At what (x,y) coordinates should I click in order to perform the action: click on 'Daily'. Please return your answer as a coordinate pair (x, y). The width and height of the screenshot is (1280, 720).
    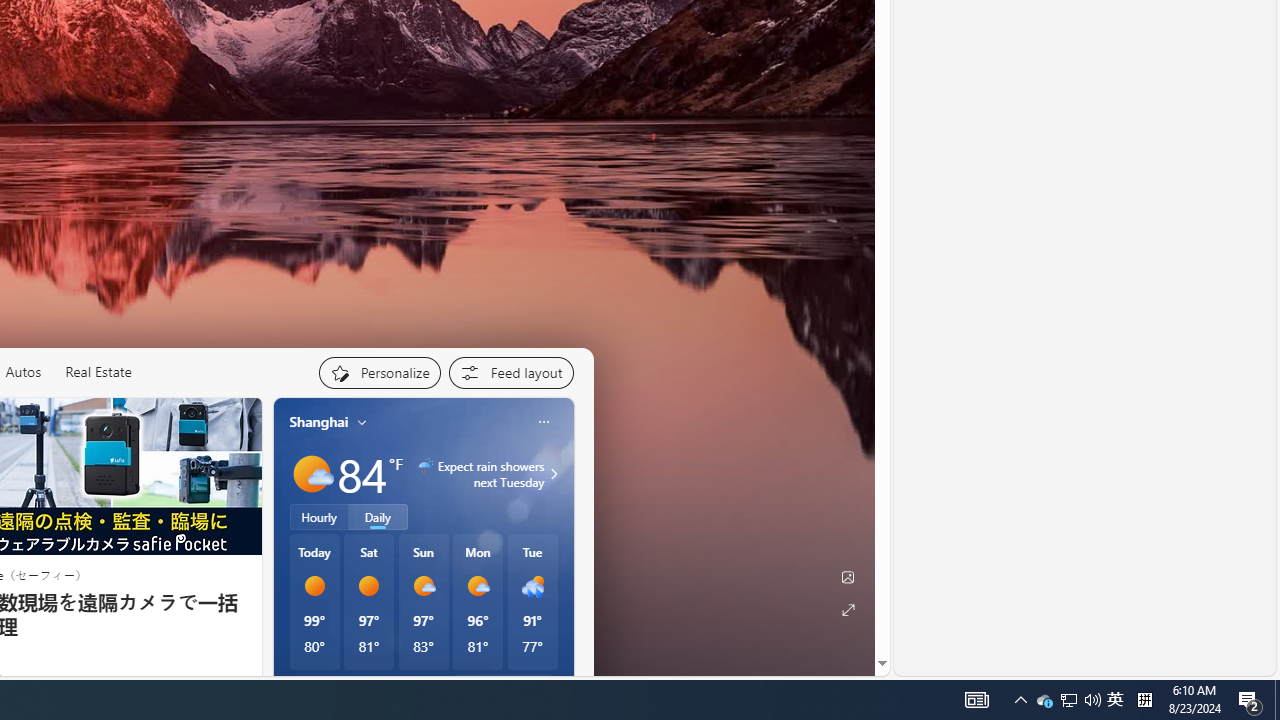
    Looking at the image, I should click on (378, 515).